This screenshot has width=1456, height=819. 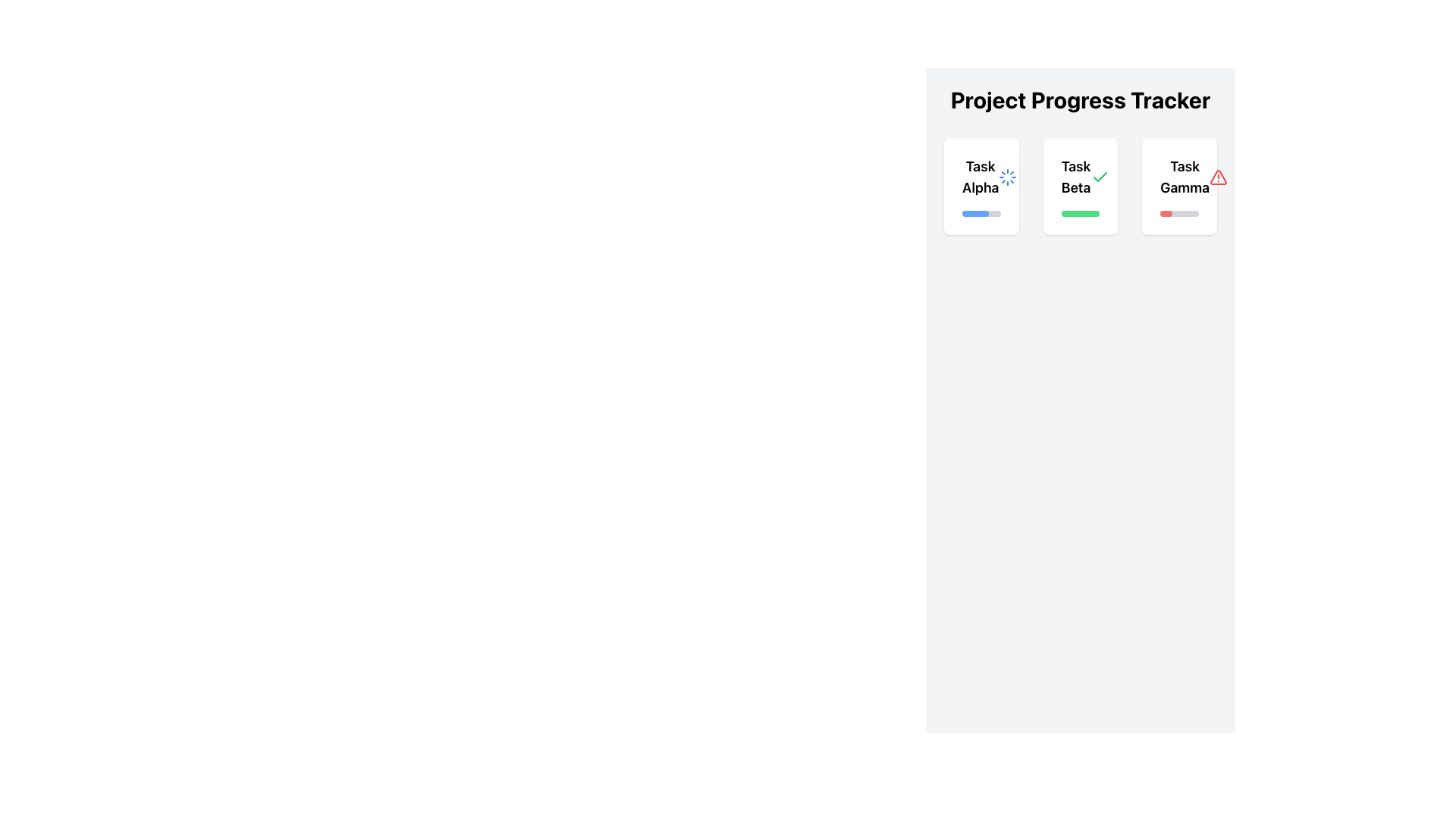 I want to click on the progress status of the horizontally-oriented progress bar located at the bottom of the 'Task Beta' card, which has a gray background and a green-filled section indicating completed progress, so click(x=1080, y=213).